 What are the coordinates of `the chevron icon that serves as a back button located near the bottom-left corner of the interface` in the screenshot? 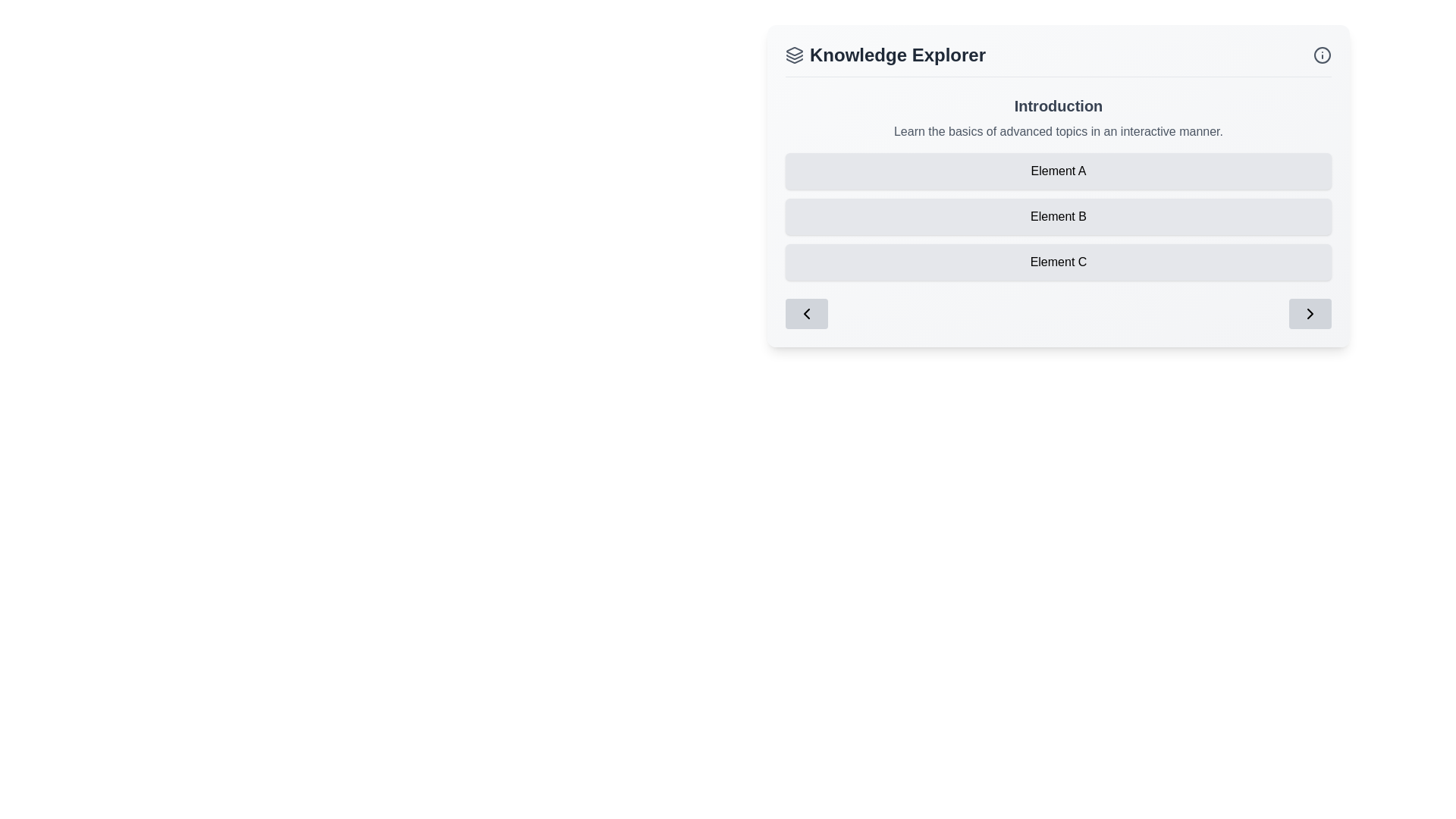 It's located at (806, 312).